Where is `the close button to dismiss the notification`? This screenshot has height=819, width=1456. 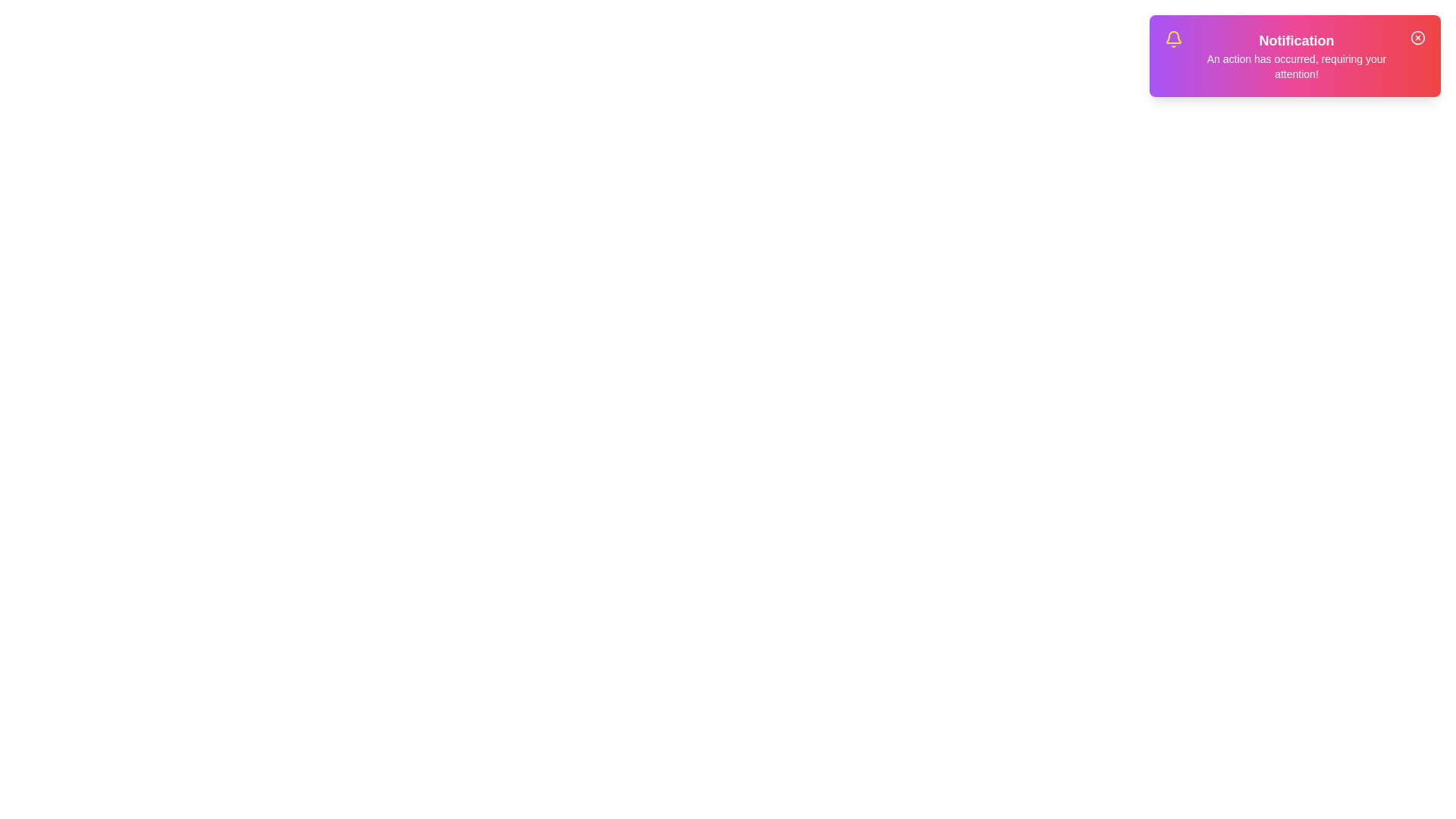 the close button to dismiss the notification is located at coordinates (1417, 37).